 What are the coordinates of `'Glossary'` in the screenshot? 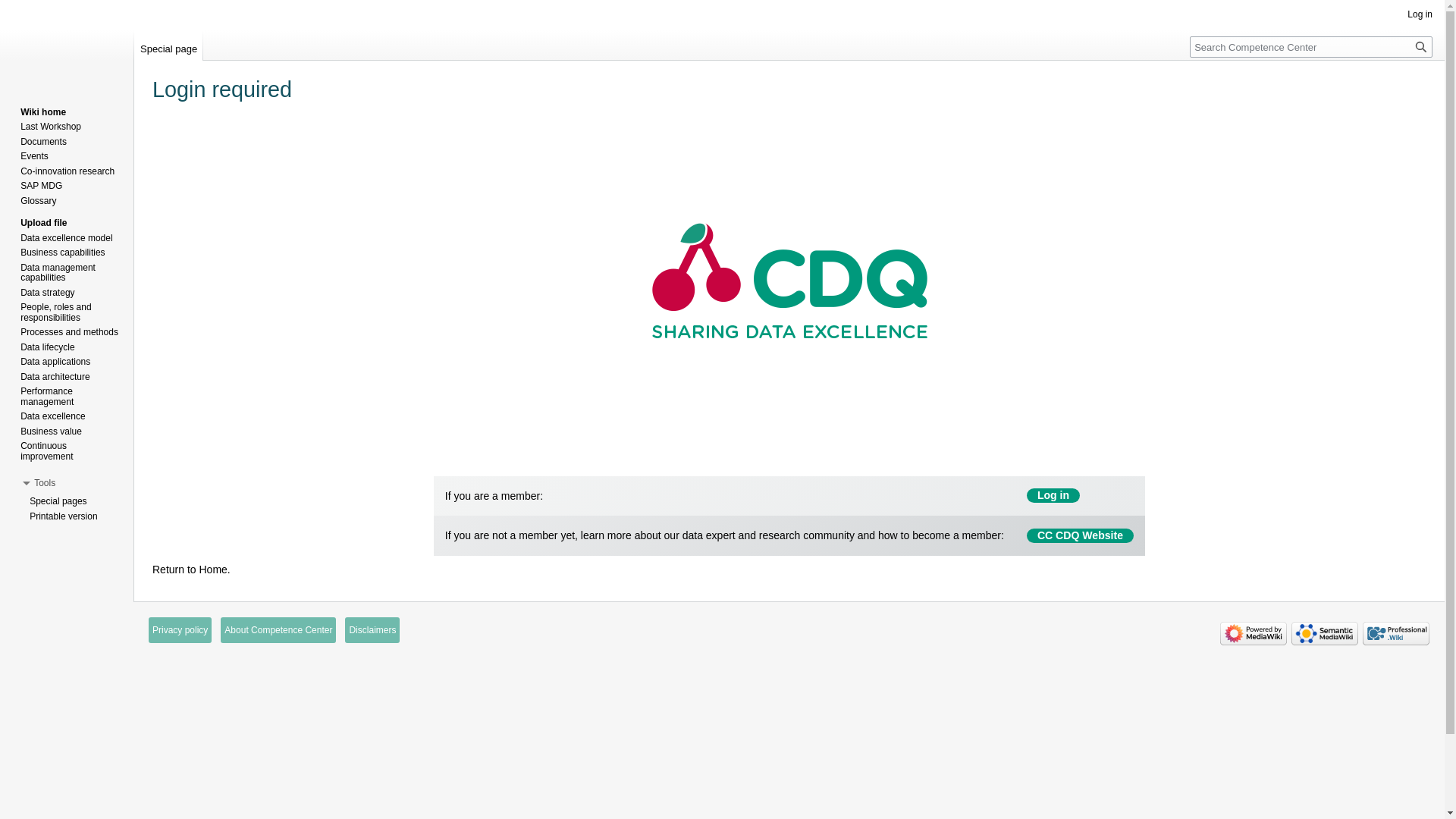 It's located at (38, 200).